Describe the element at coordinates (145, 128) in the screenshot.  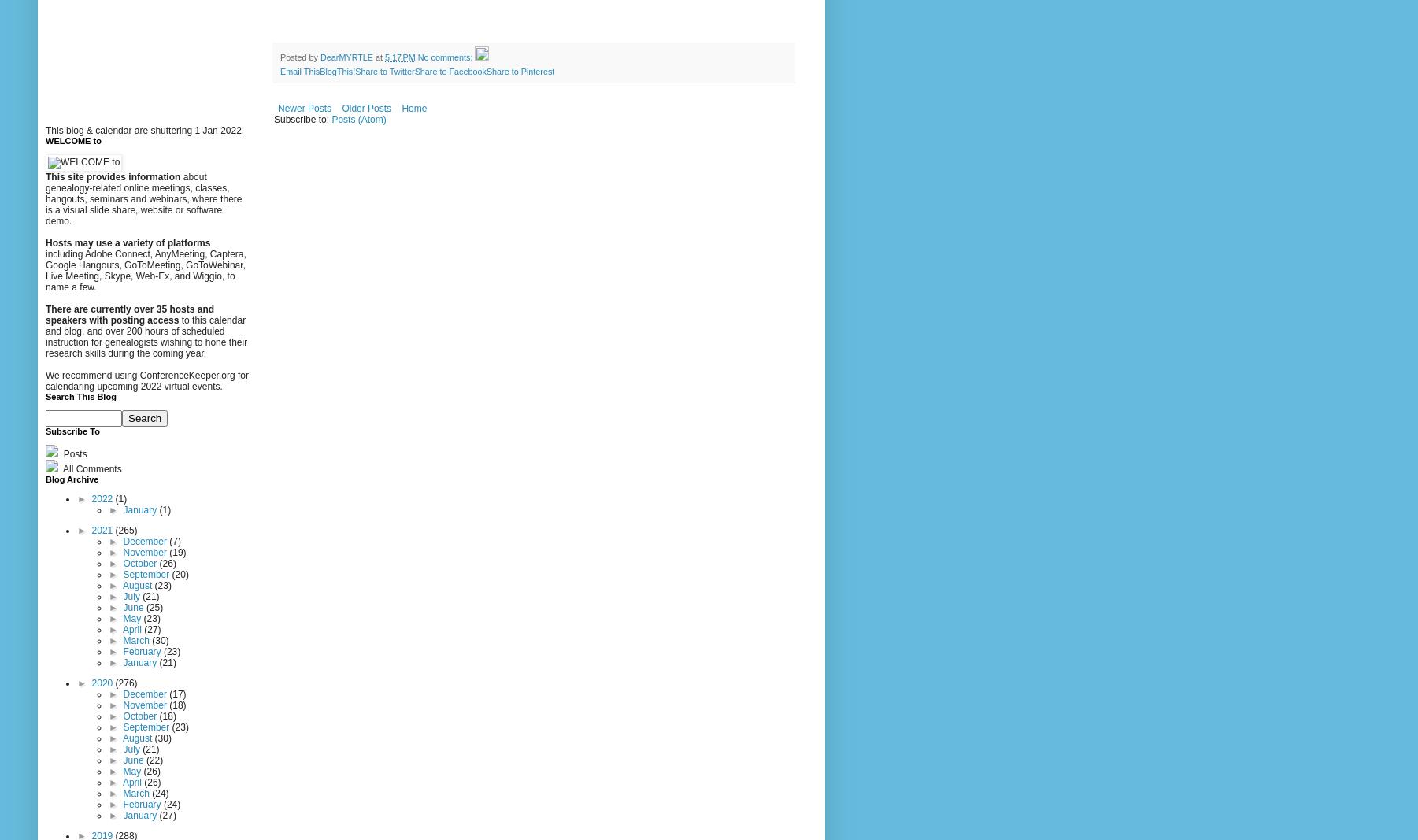
I see `'This blog & calendar are shuttering 1 Jan 2022.'` at that location.